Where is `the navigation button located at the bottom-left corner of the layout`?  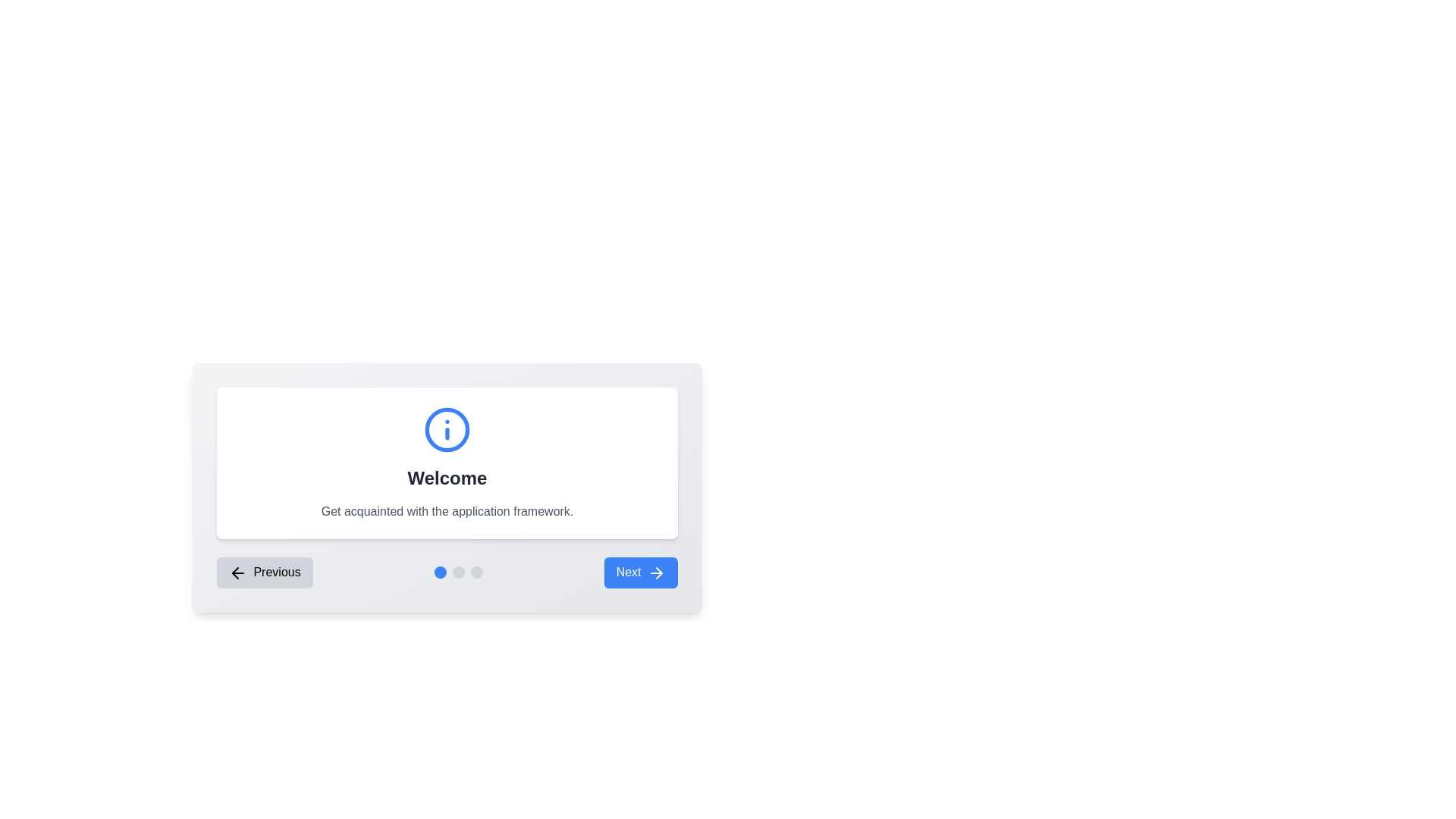
the navigation button located at the bottom-left corner of the layout is located at coordinates (265, 573).